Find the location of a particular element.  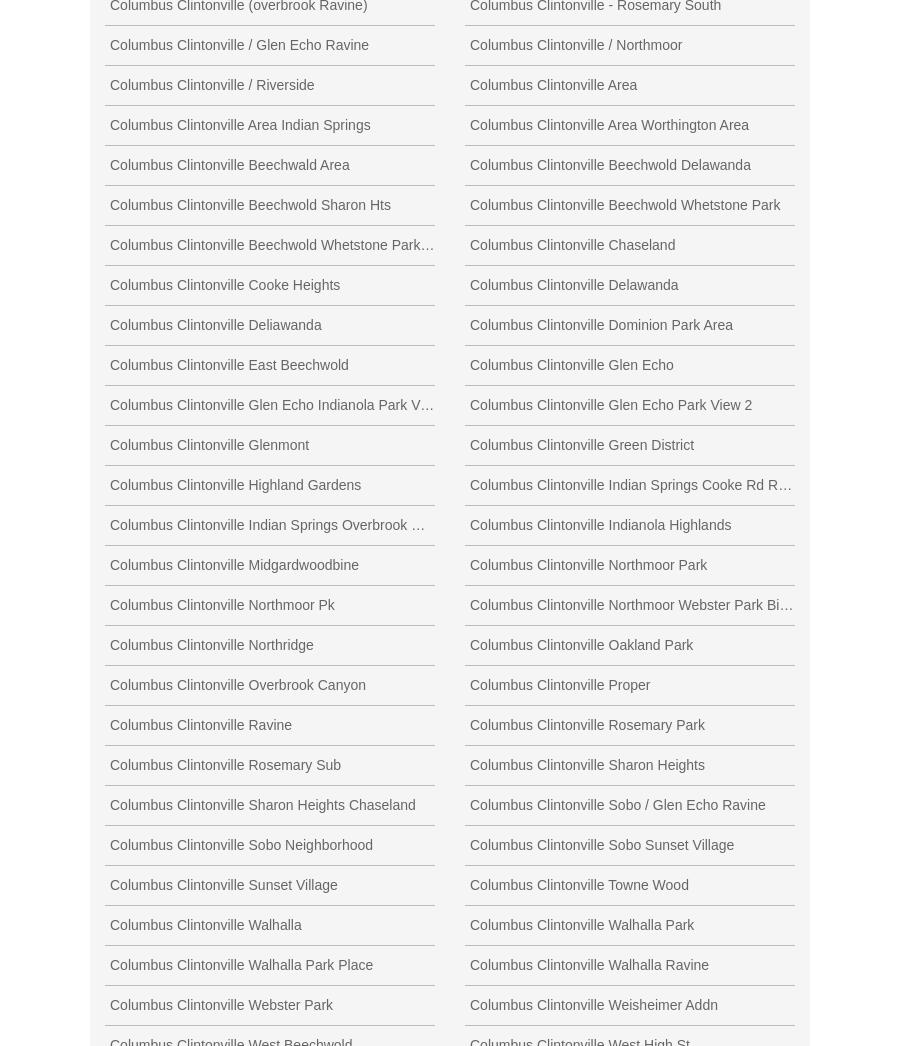

'Columbus Clintonville Northmoor Park' is located at coordinates (588, 563).